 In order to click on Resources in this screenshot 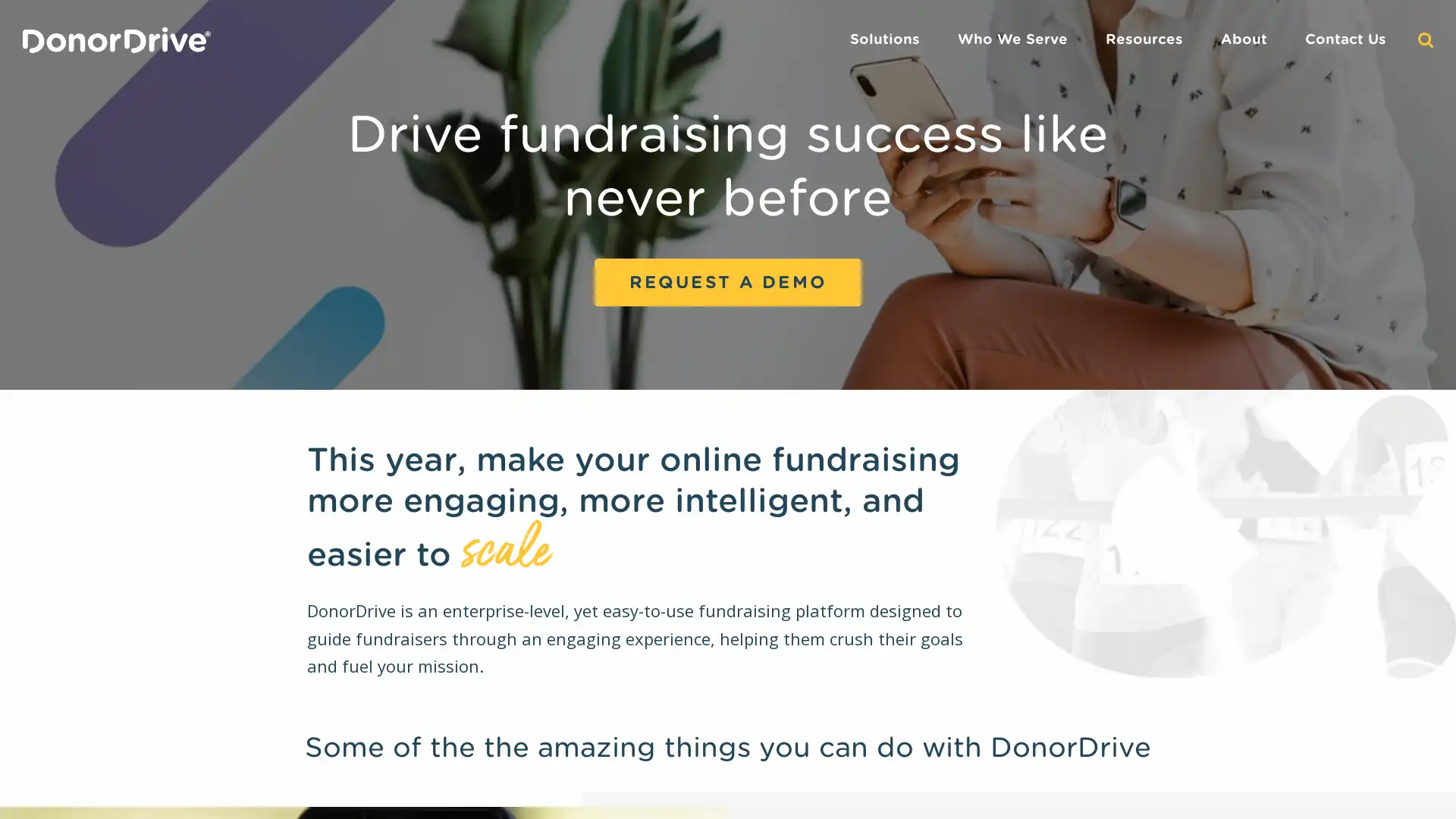, I will do `click(1144, 38)`.